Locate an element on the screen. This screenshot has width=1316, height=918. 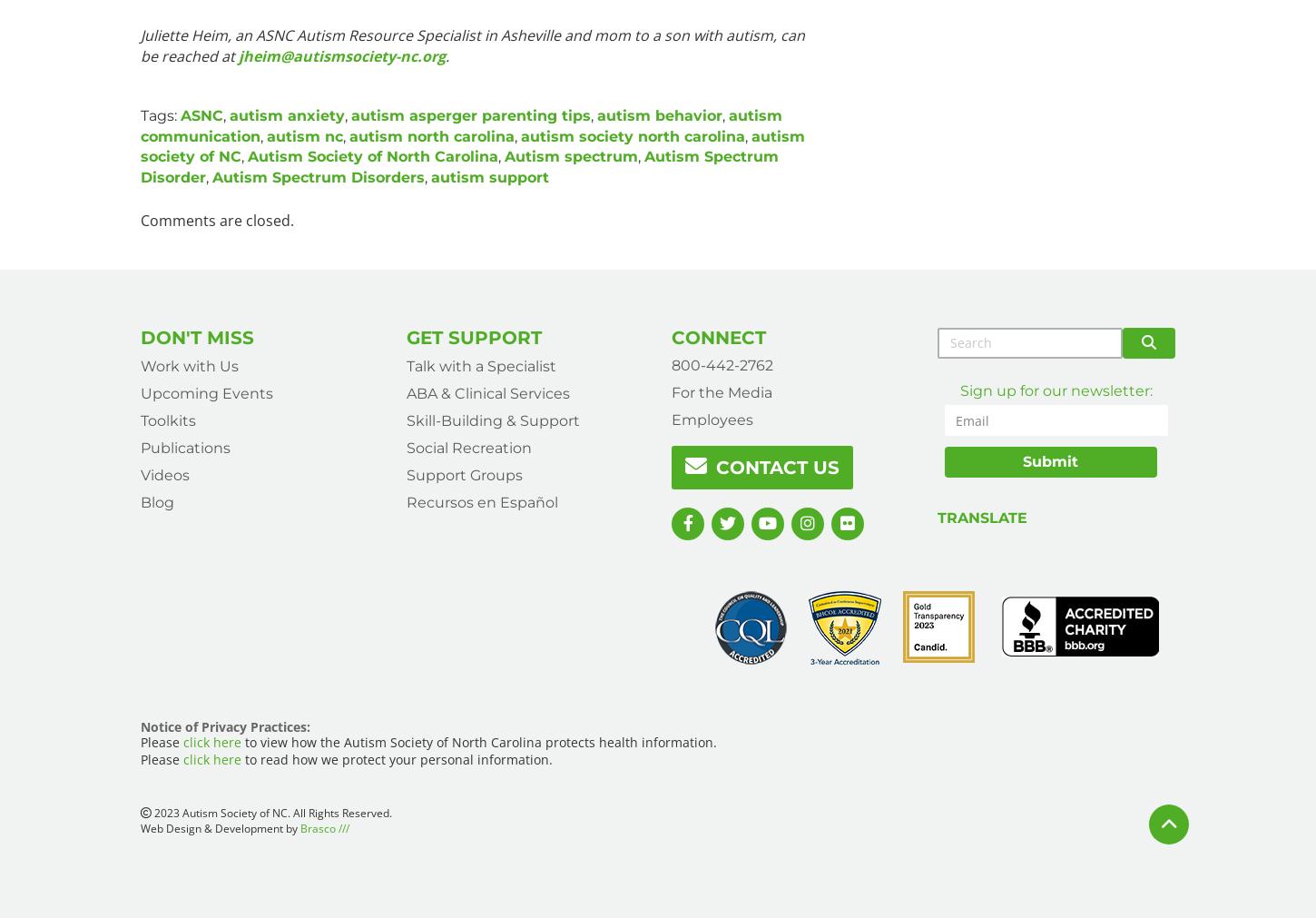
'Autism spectrum' is located at coordinates (570, 156).